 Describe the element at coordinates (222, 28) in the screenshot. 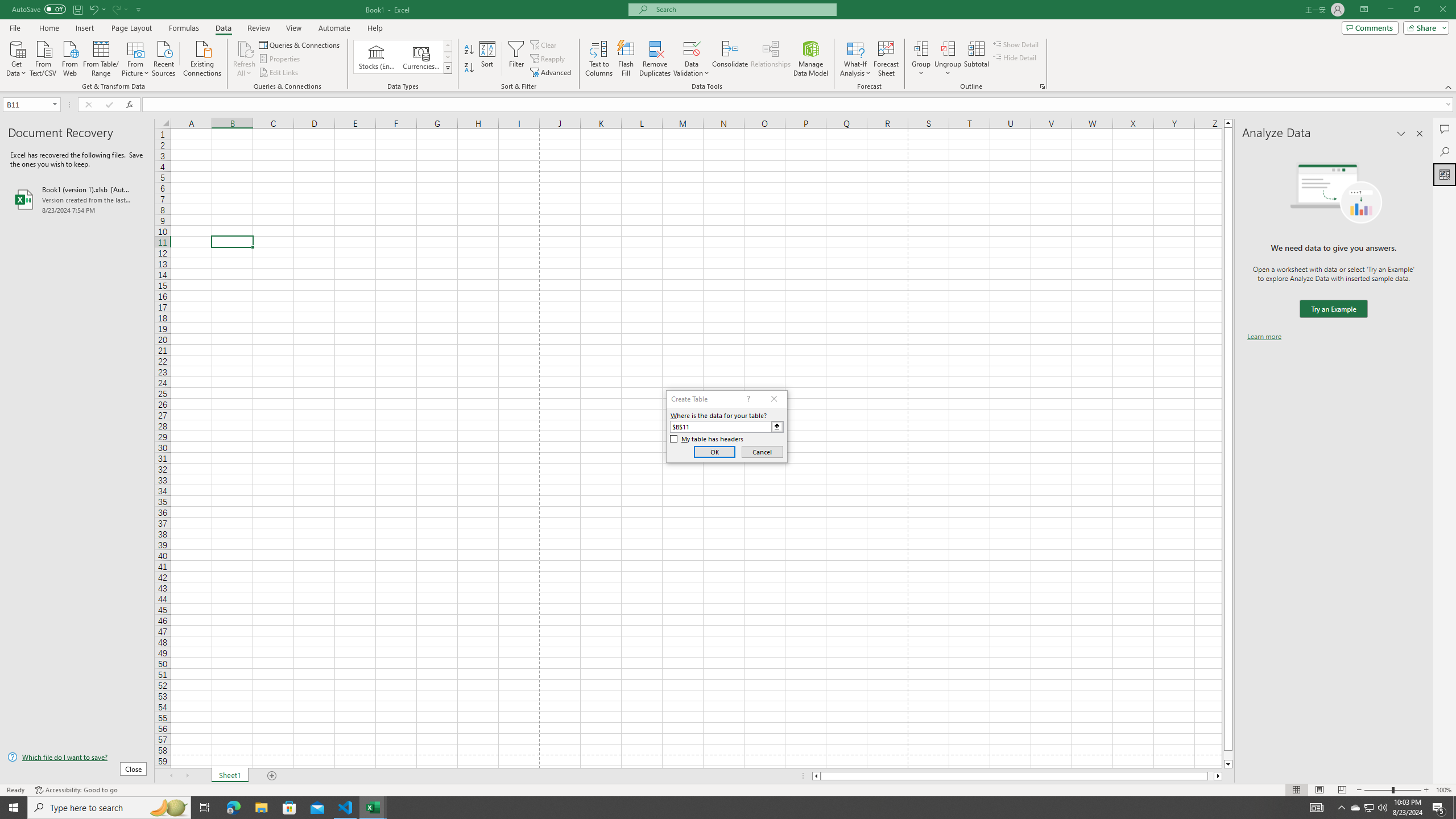

I see `'Data'` at that location.